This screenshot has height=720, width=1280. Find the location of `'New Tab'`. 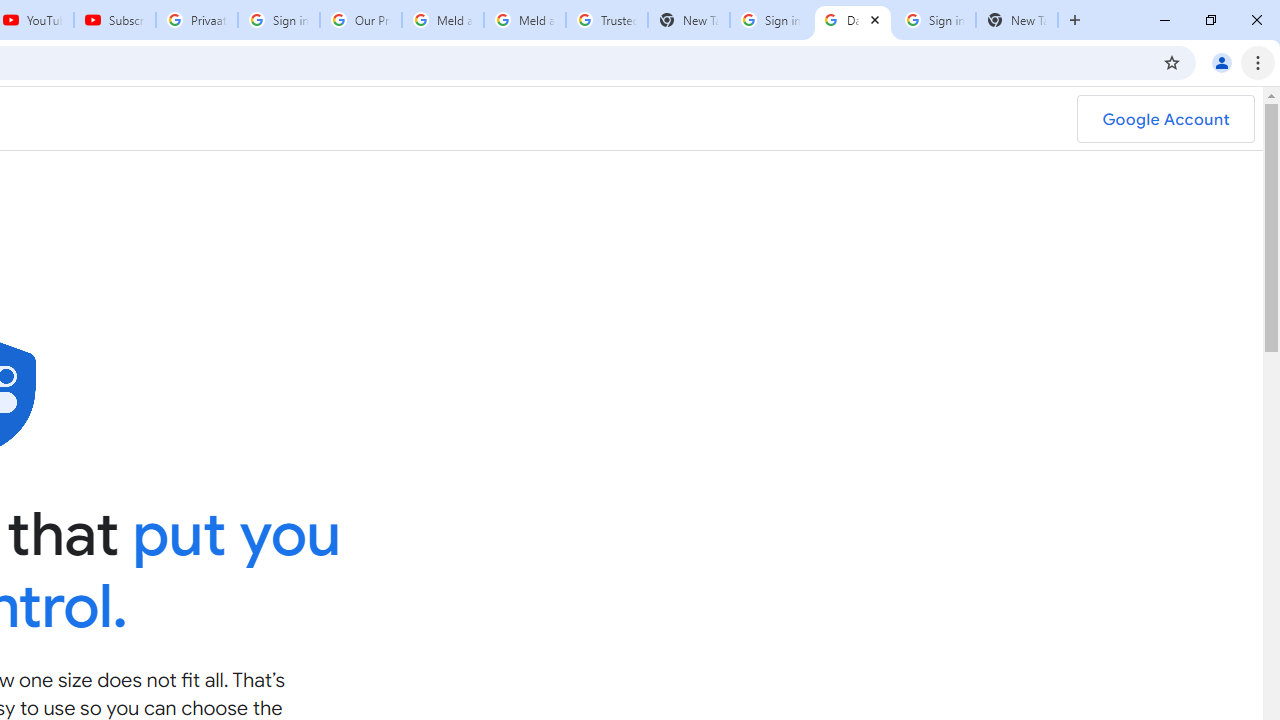

'New Tab' is located at coordinates (1016, 20).